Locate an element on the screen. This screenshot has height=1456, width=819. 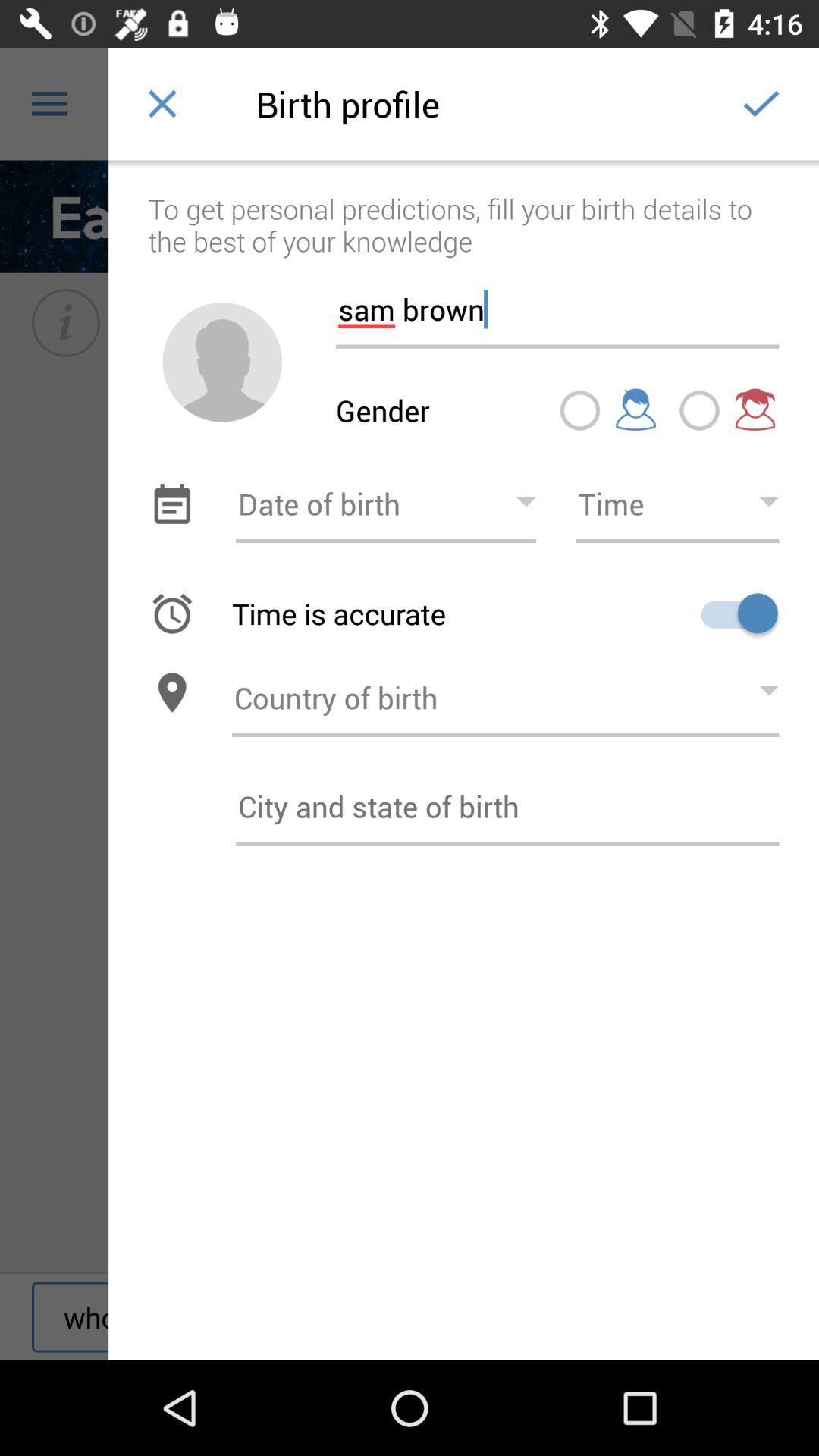
display calendar is located at coordinates (171, 504).